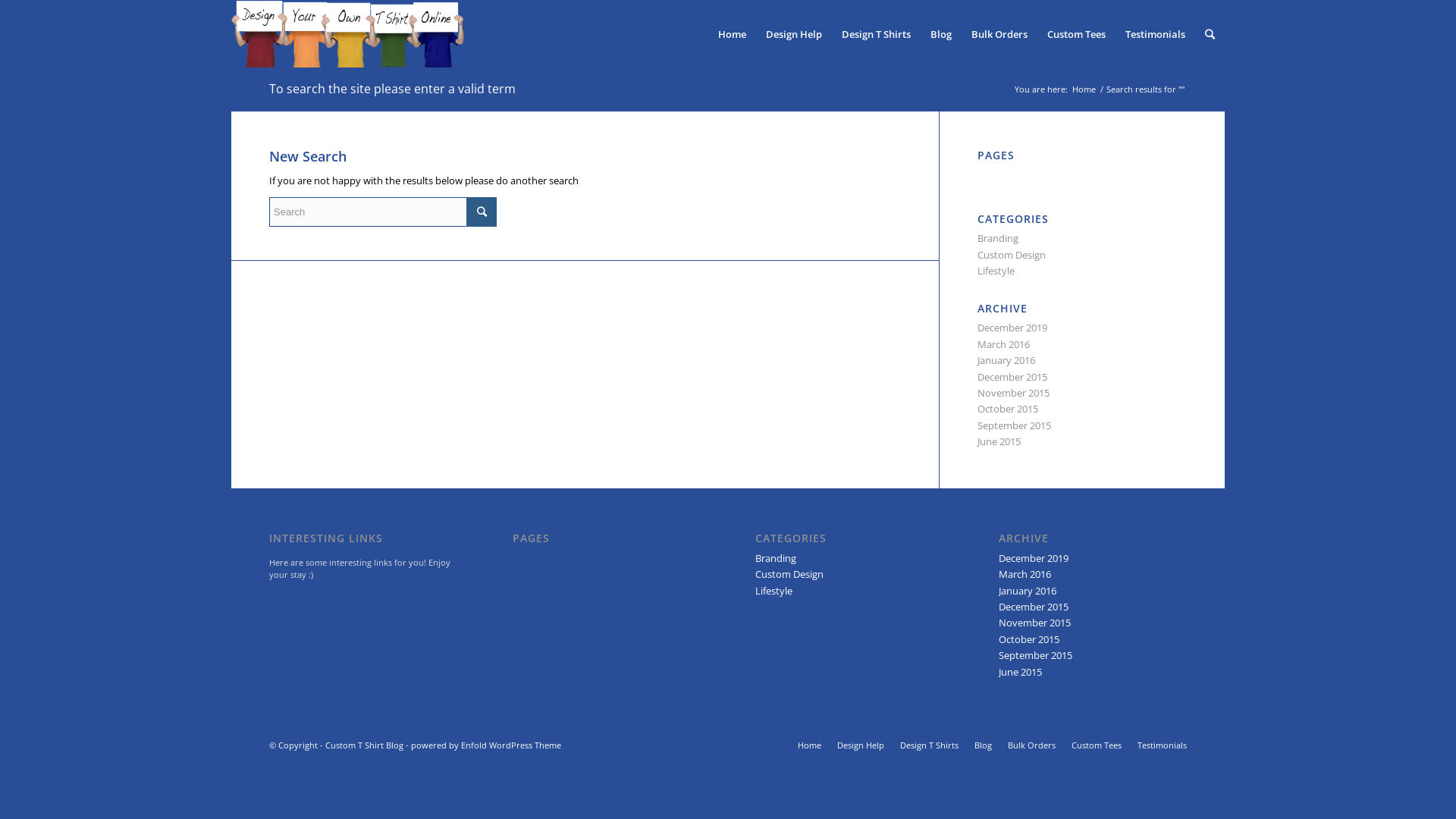  What do you see at coordinates (486, 744) in the screenshot?
I see `'powered by Enfold WordPress Theme'` at bounding box center [486, 744].